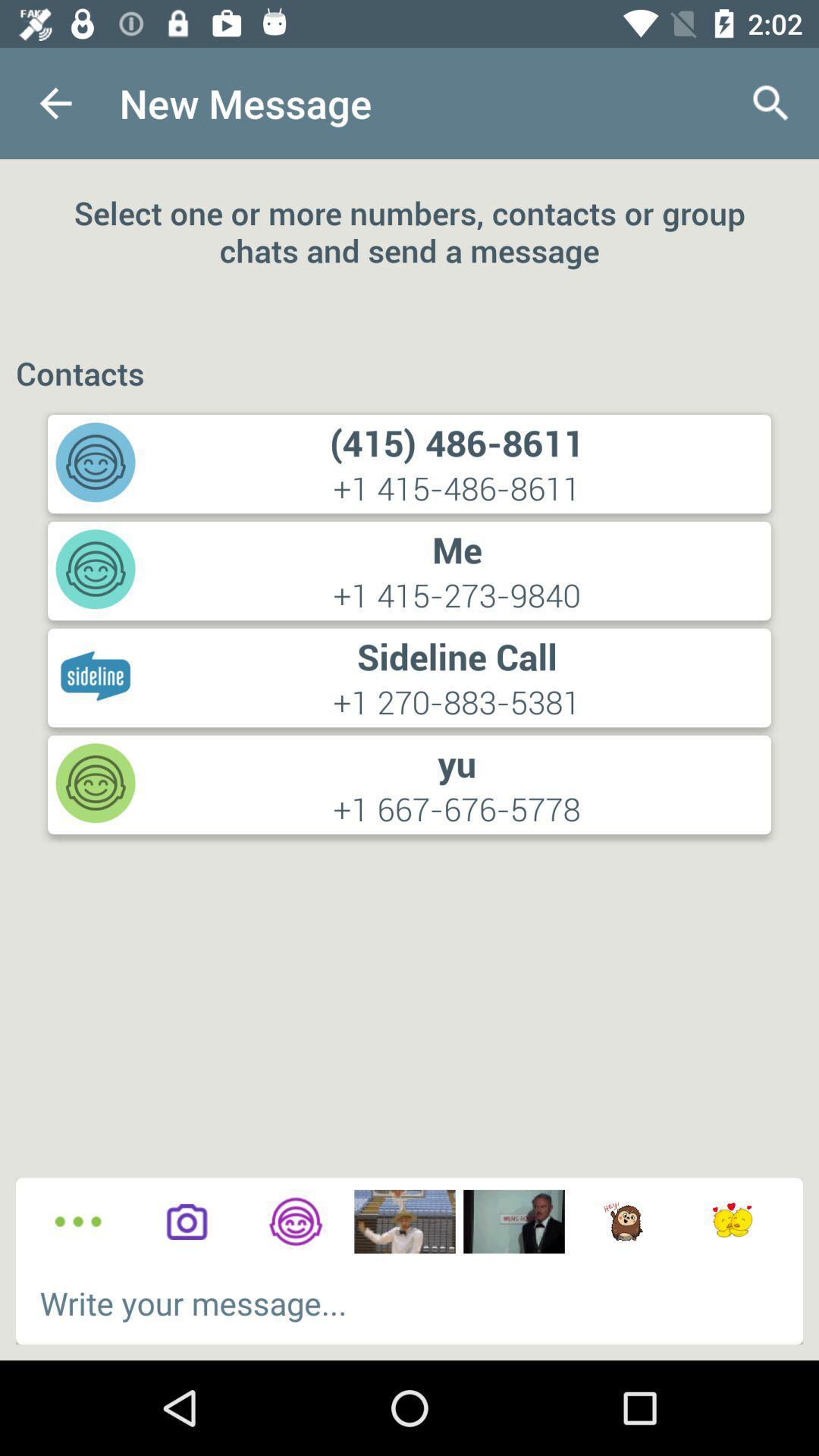 This screenshot has height=1456, width=819. Describe the element at coordinates (513, 1222) in the screenshot. I see `send picture` at that location.